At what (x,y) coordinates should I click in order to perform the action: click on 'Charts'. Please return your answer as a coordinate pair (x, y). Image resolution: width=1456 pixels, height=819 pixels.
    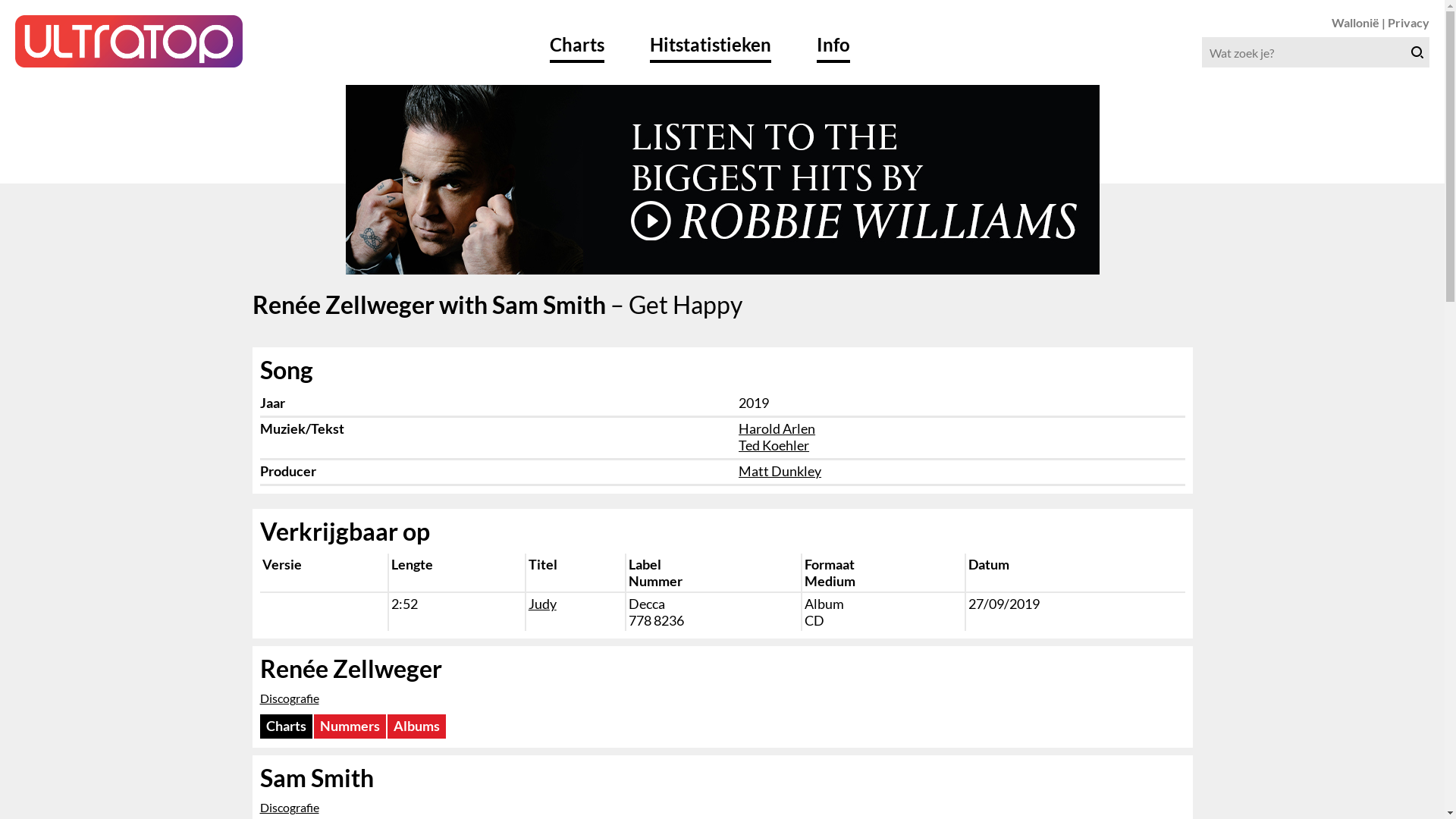
    Looking at the image, I should click on (259, 725).